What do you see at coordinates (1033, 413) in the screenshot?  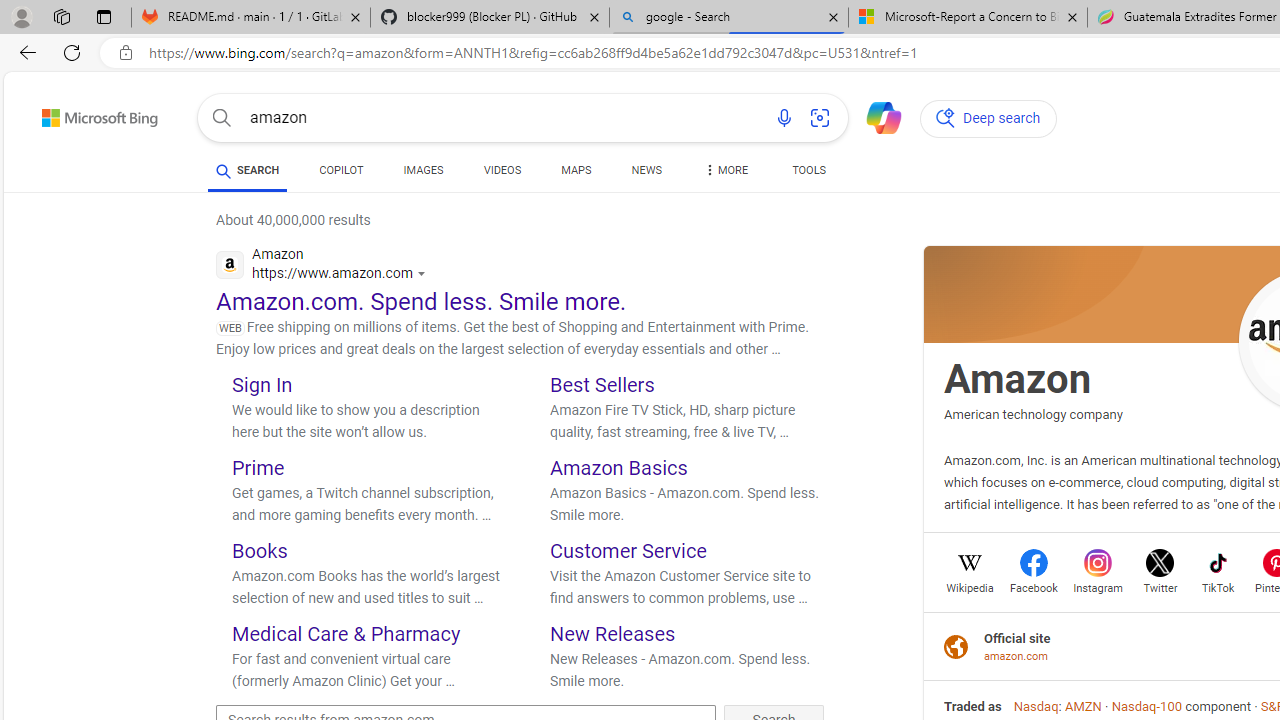 I see `'American technology company'` at bounding box center [1033, 413].